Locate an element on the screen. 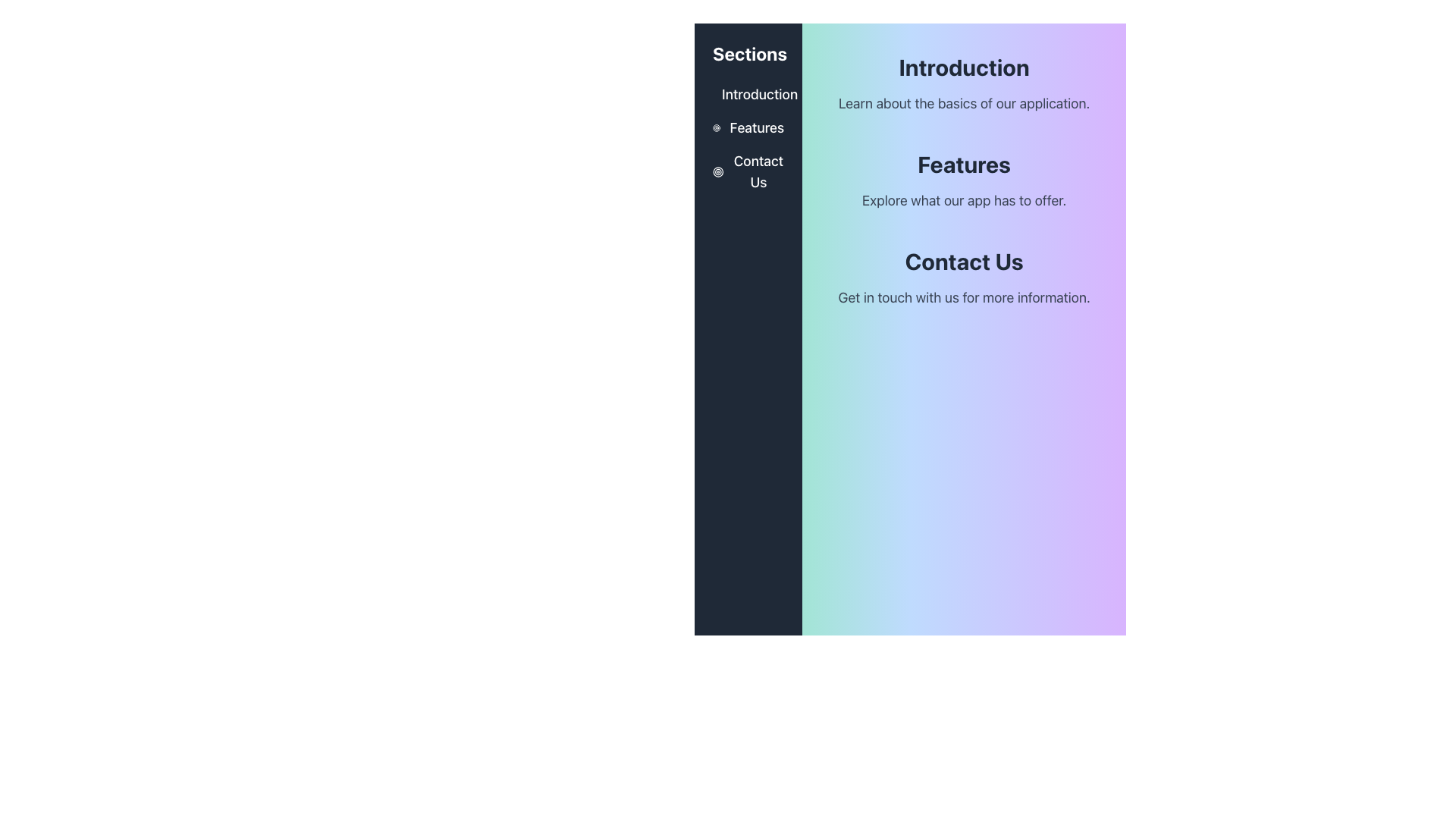 The width and height of the screenshot is (1456, 819). the heading or title text that serves as a title for the section describing the basics of the application, which is located above a paragraph element and is horizontally centered in the main content area is located at coordinates (963, 66).